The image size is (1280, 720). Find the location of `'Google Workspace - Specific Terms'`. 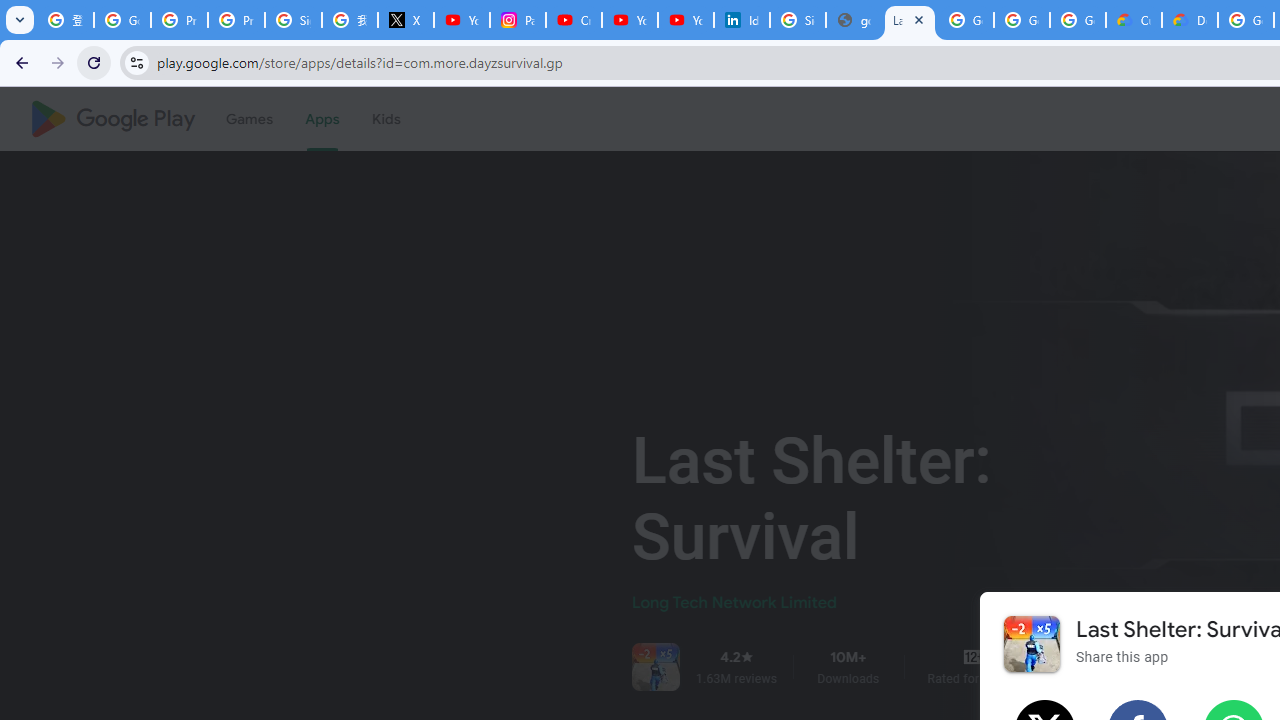

'Google Workspace - Specific Terms' is located at coordinates (1076, 20).